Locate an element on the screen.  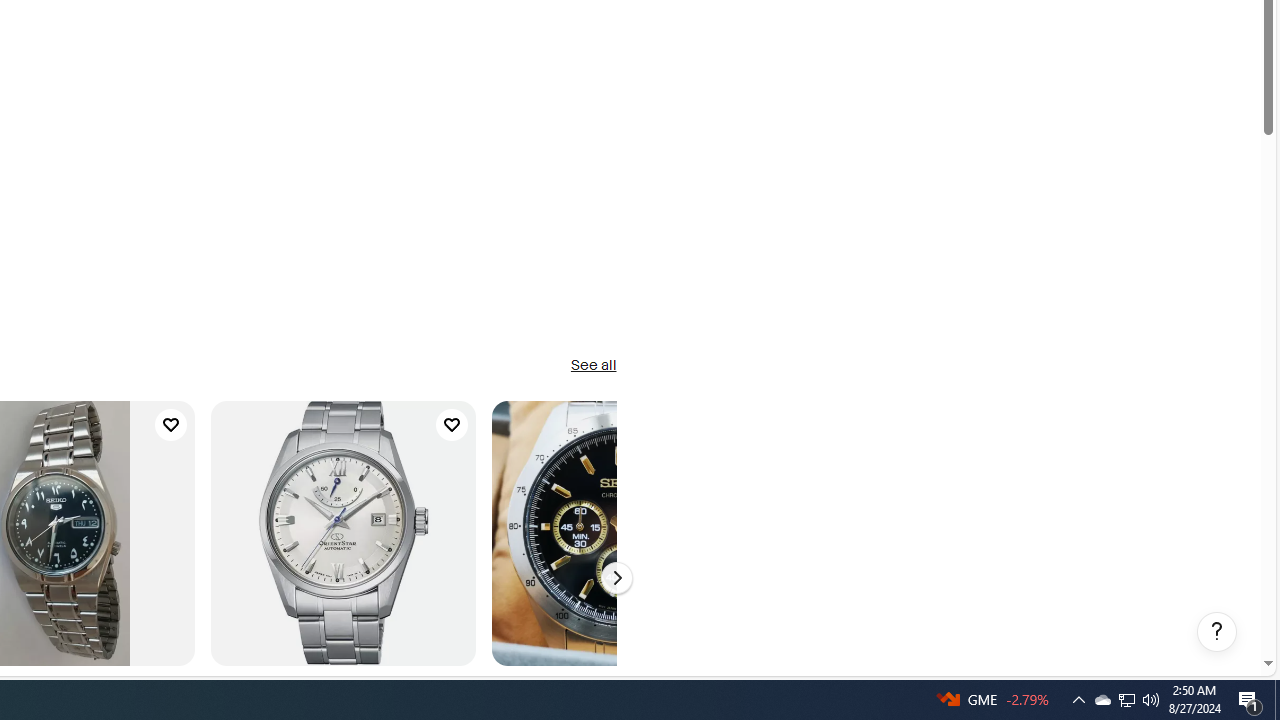
'Go to the next slide, Wristwatches - Carousel' is located at coordinates (615, 578).